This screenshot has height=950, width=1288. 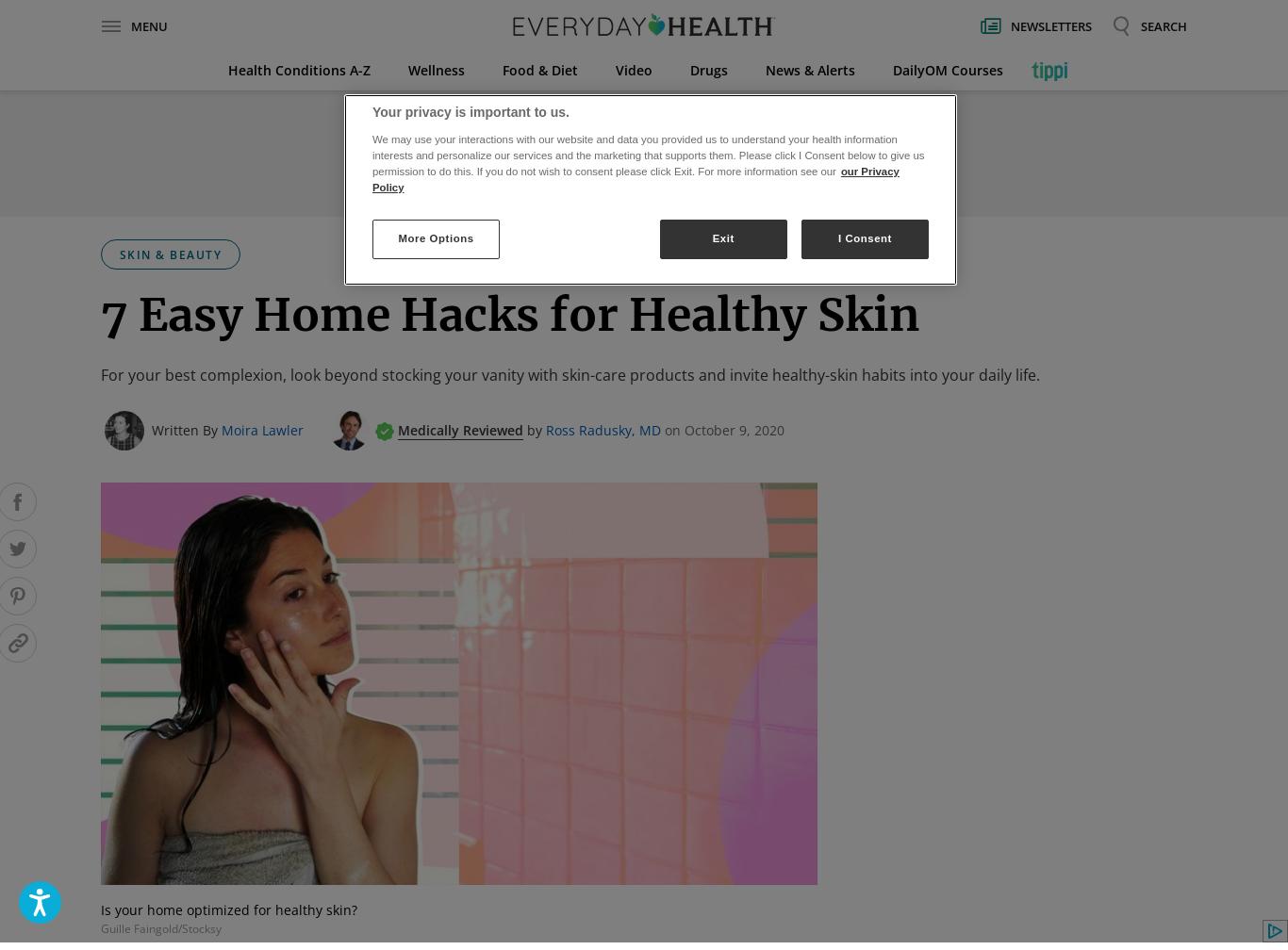 I want to click on '7 Easy Home Hacks for Healthy Skin', so click(x=510, y=314).